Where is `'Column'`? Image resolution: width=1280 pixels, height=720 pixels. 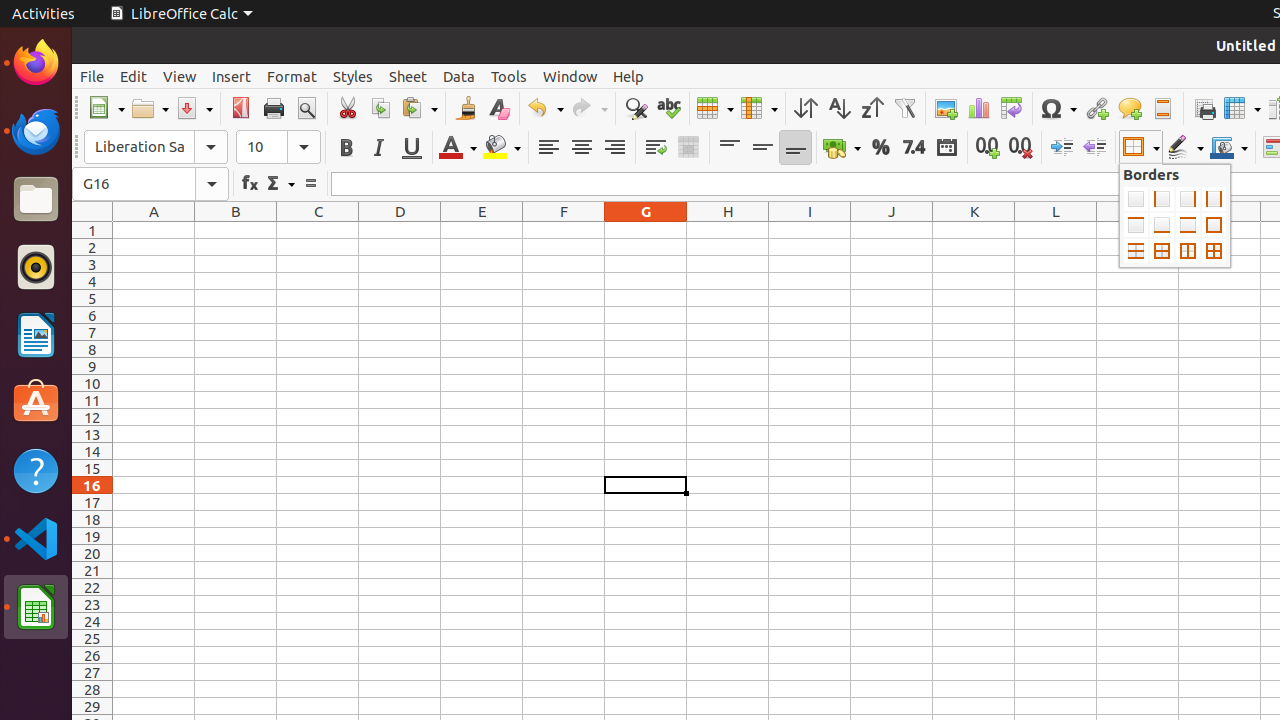 'Column' is located at coordinates (758, 108).